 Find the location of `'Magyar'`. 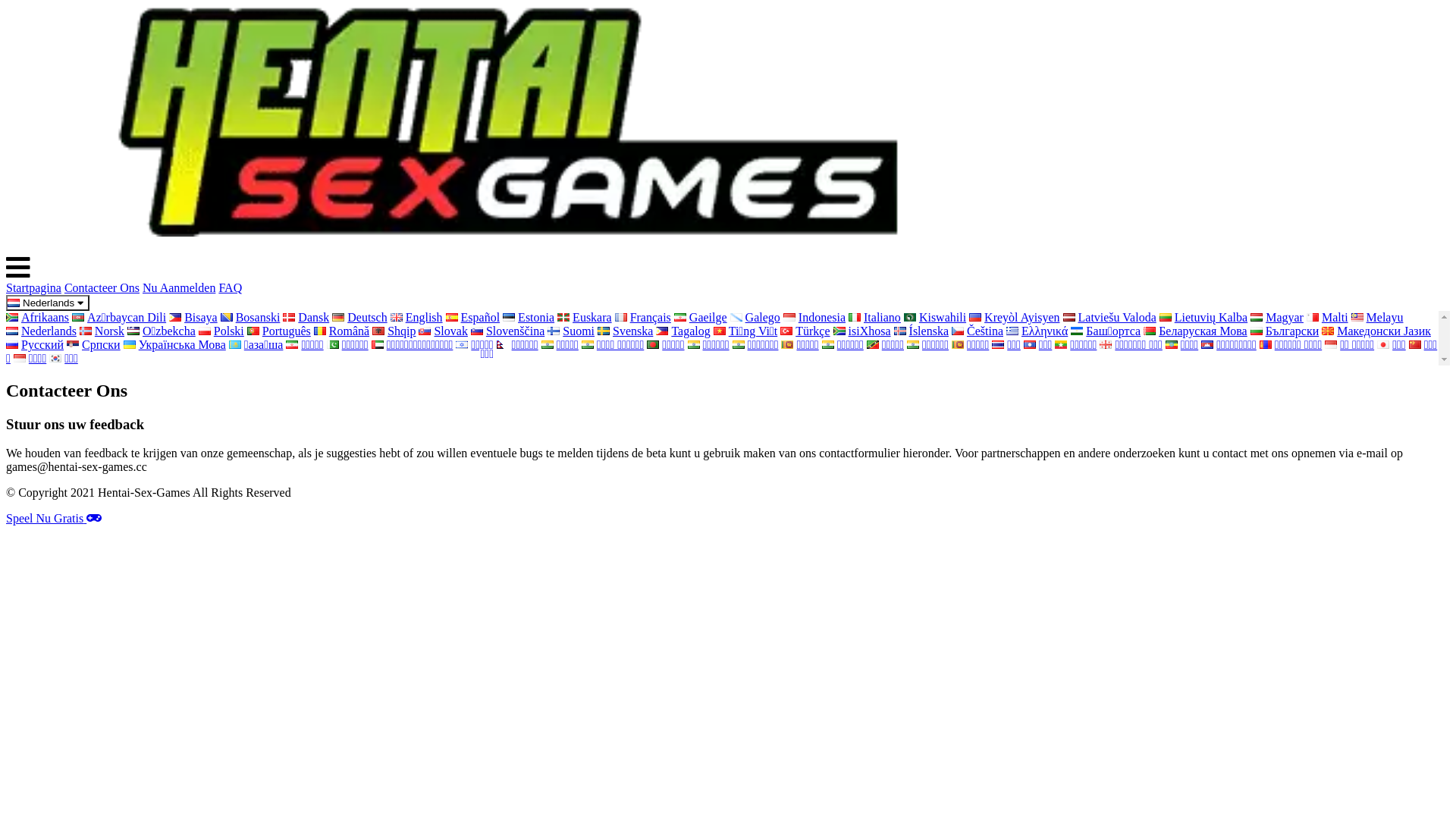

'Magyar' is located at coordinates (1276, 316).